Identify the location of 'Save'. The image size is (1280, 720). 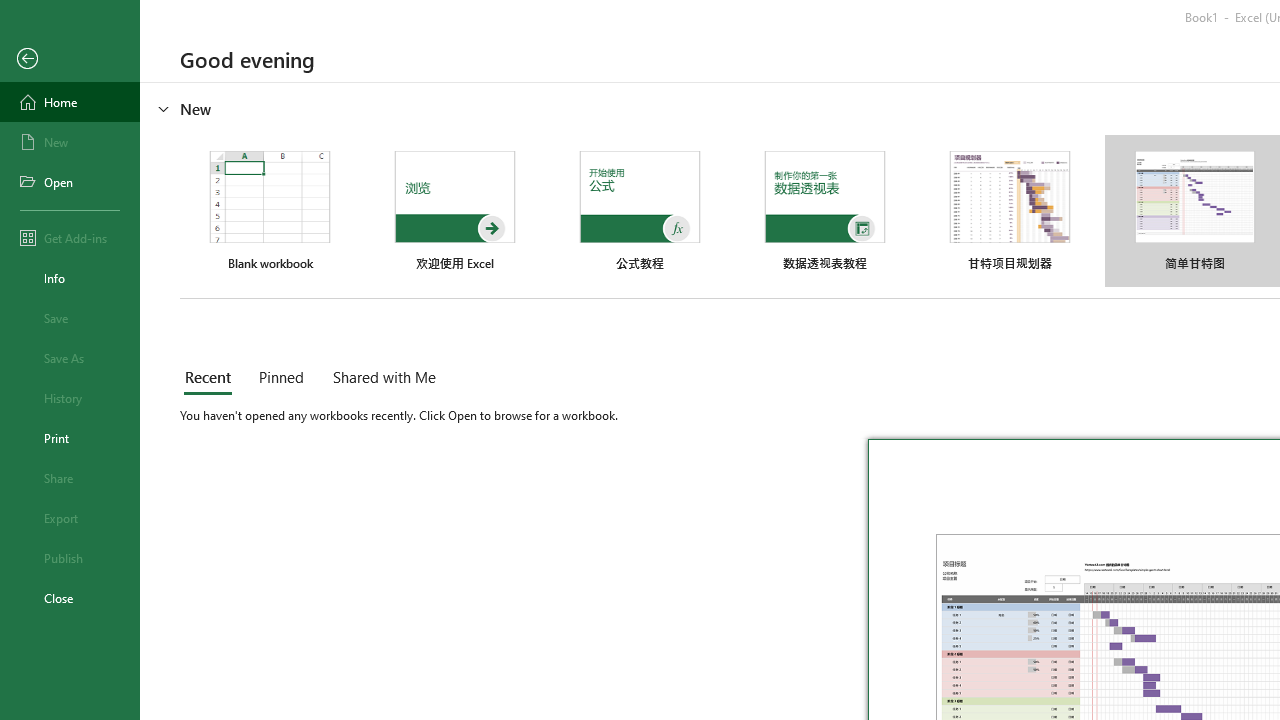
(69, 316).